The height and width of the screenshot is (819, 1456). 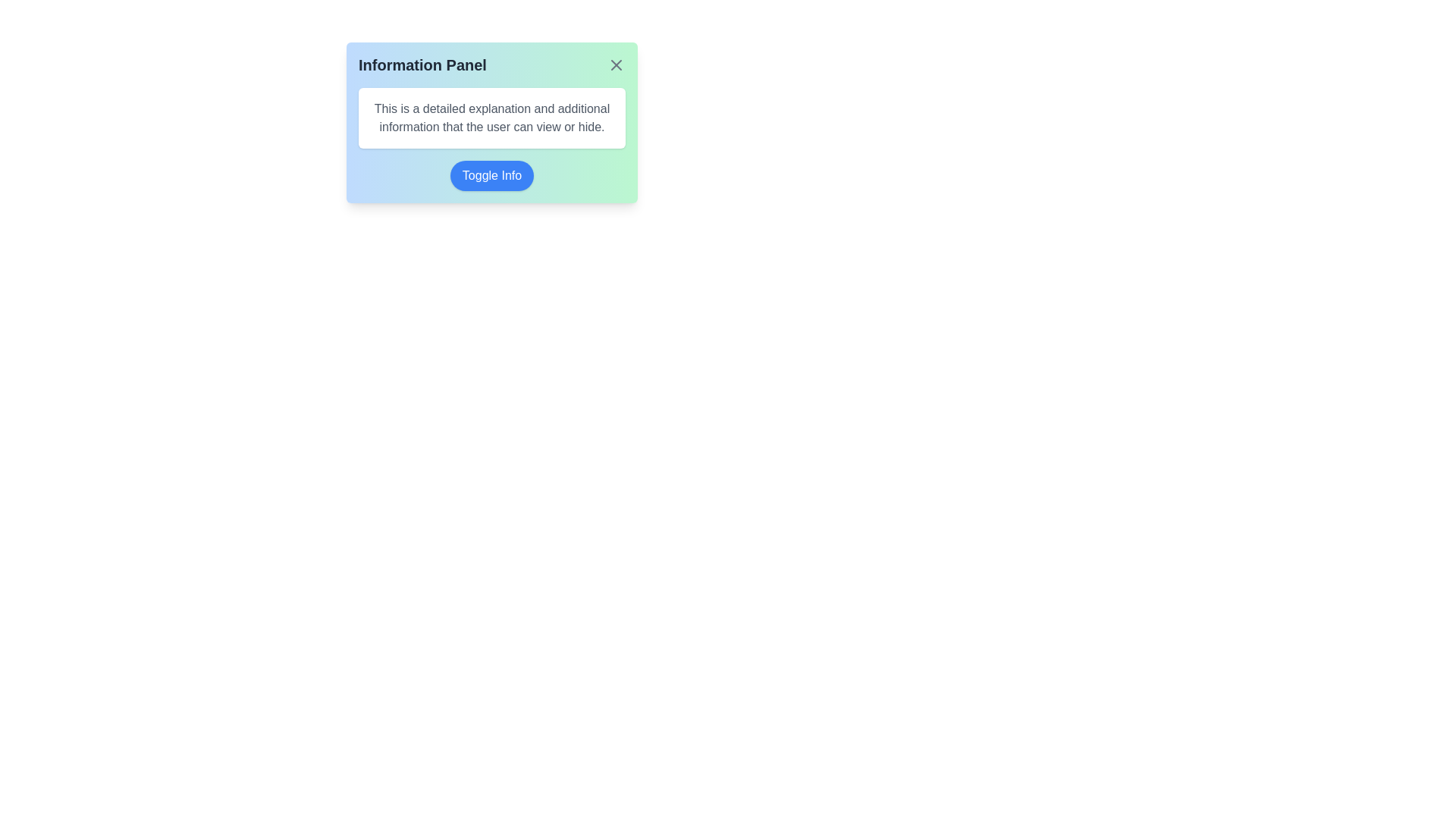 I want to click on the static Text block that provides detailed information or instructions to the user, which is centered above the 'Toggle Info' button and below the 'Information Panel' title, so click(x=491, y=117).